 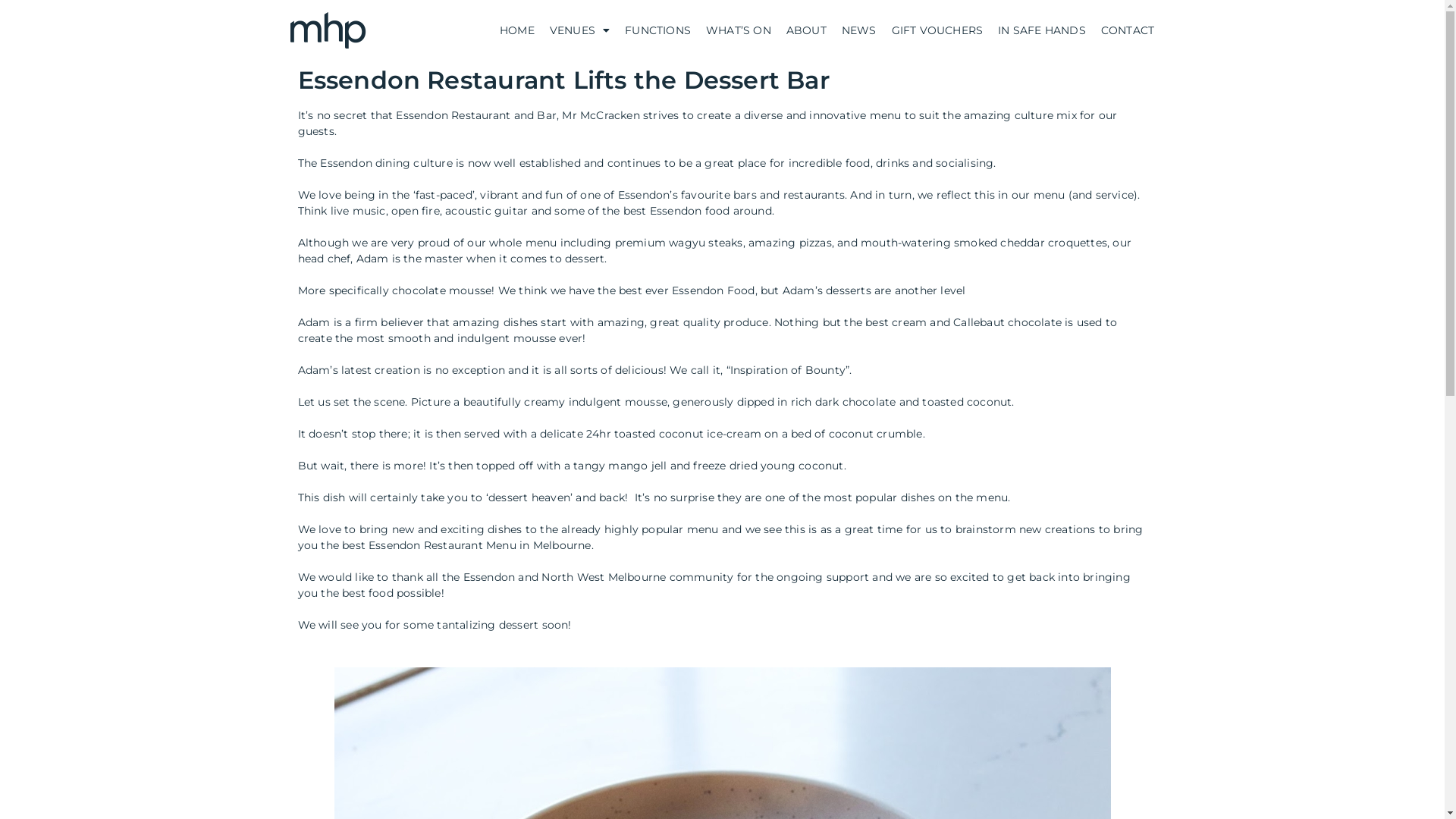 I want to click on 'FUNCTIONS', so click(x=625, y=30).